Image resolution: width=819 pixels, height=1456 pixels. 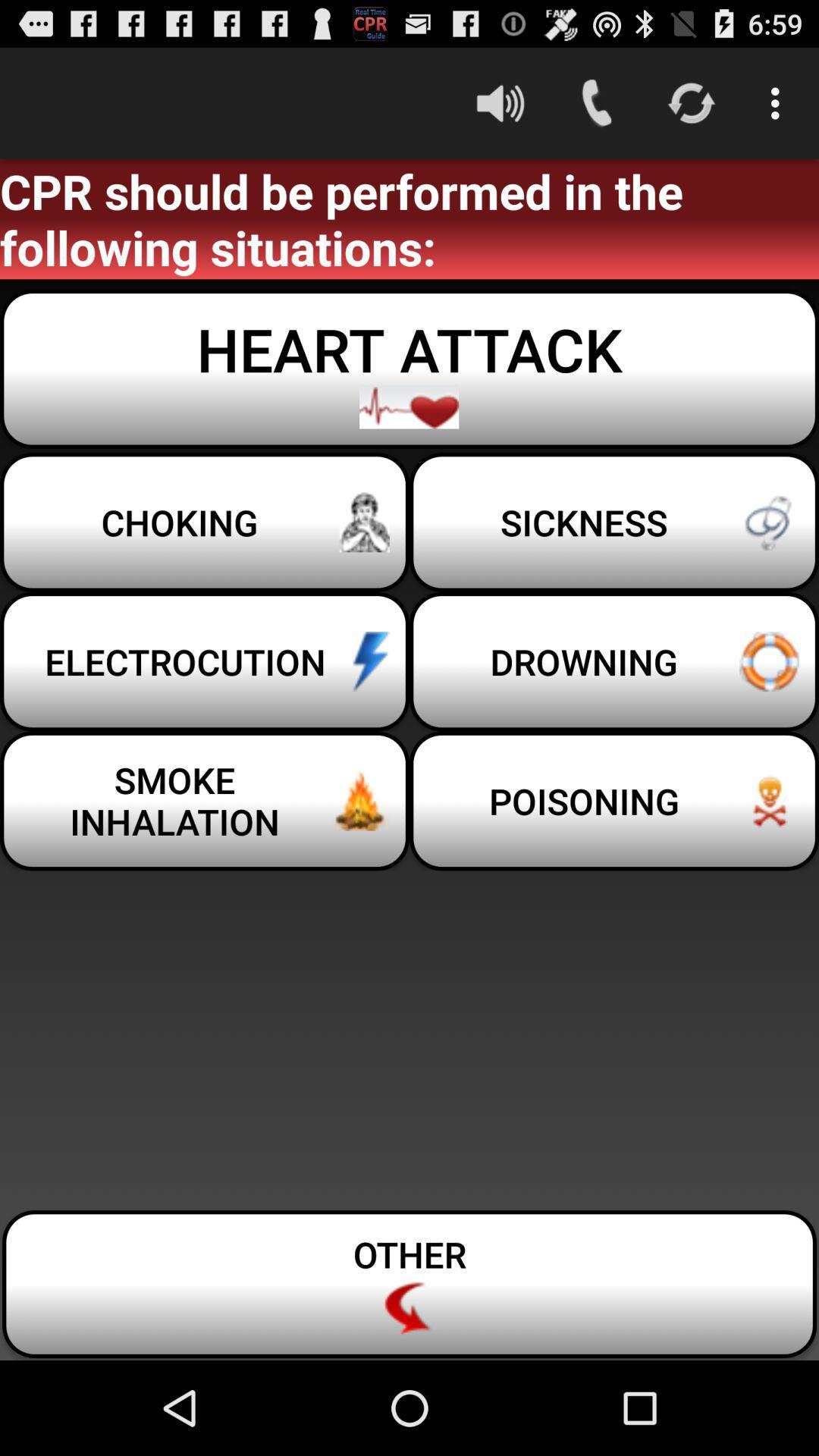 I want to click on the sickness item, so click(x=614, y=522).